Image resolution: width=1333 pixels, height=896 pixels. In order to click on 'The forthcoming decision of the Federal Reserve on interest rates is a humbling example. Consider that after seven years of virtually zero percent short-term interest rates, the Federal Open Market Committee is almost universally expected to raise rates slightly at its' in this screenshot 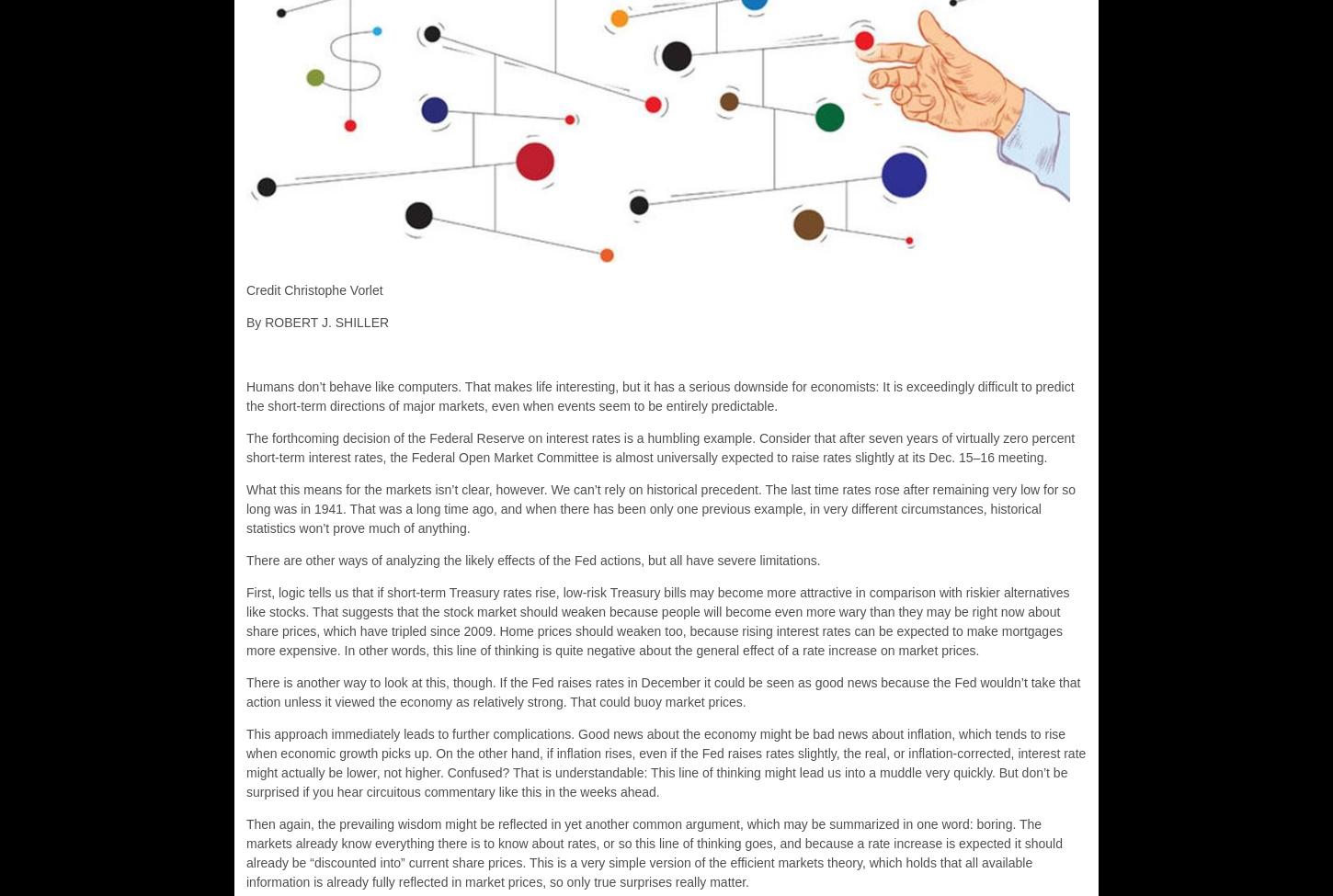, I will do `click(659, 448)`.